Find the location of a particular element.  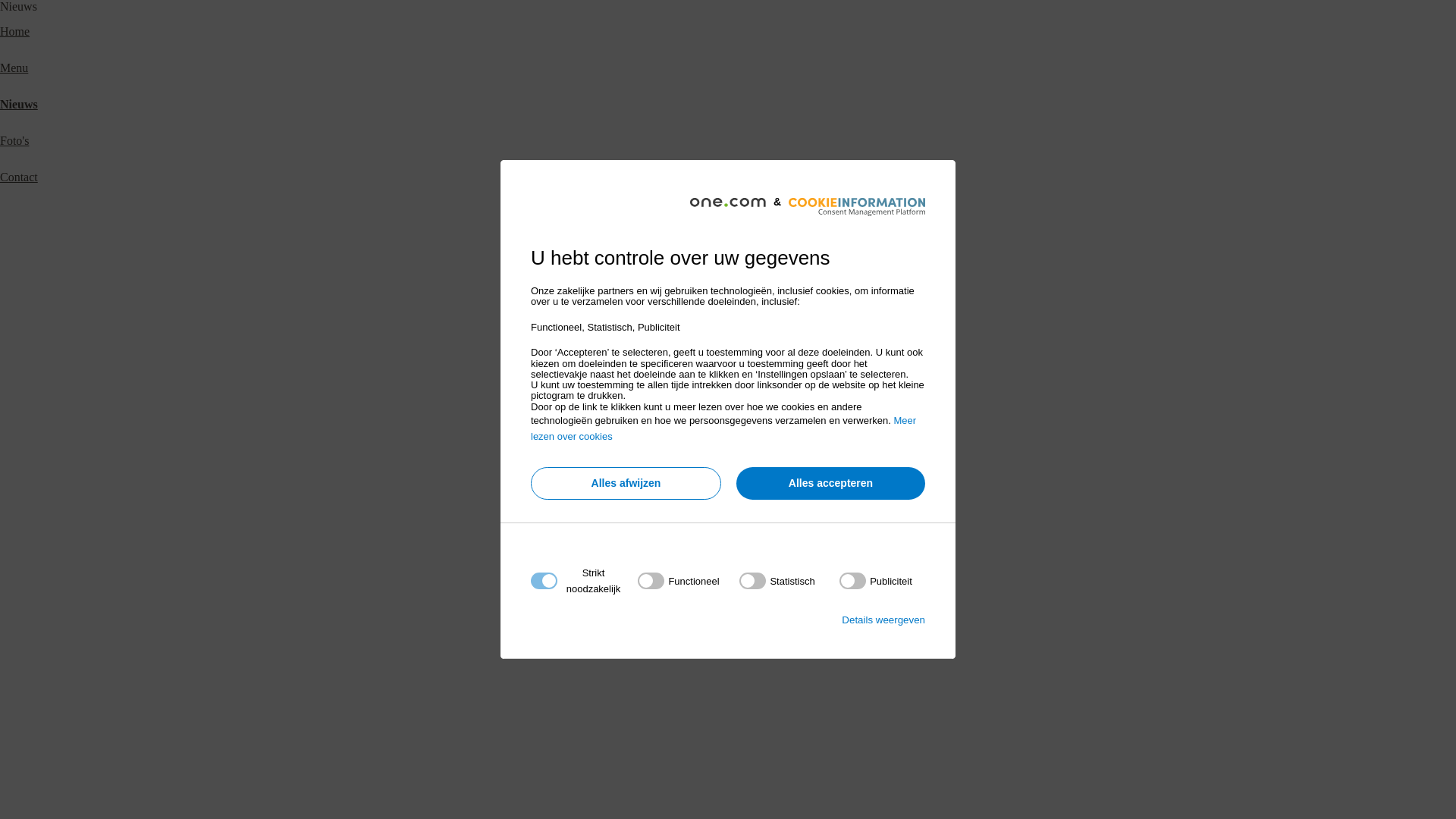

'Details weergeven' is located at coordinates (883, 620).